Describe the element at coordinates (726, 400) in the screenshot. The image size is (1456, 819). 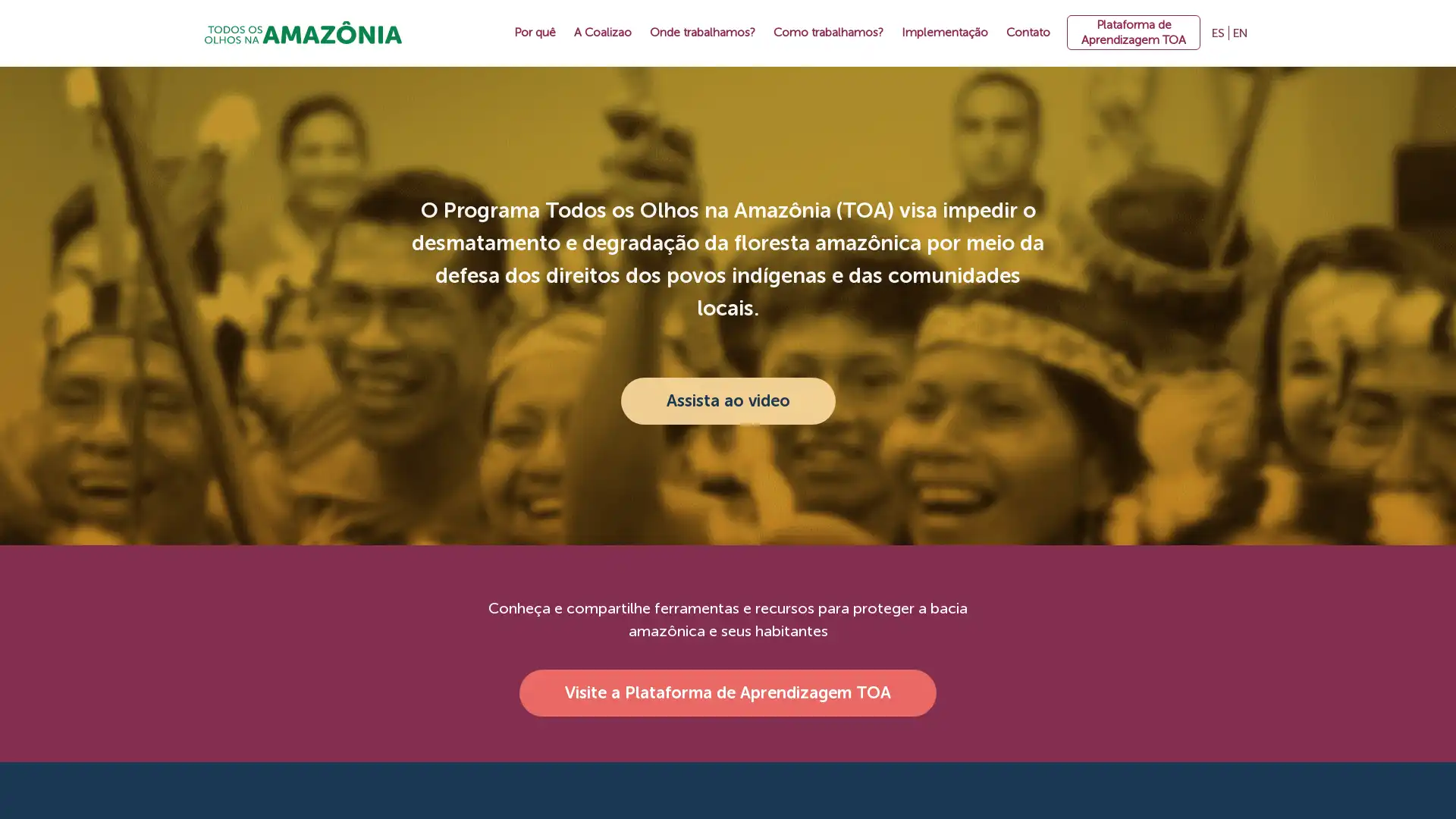
I see `Assista ao video` at that location.